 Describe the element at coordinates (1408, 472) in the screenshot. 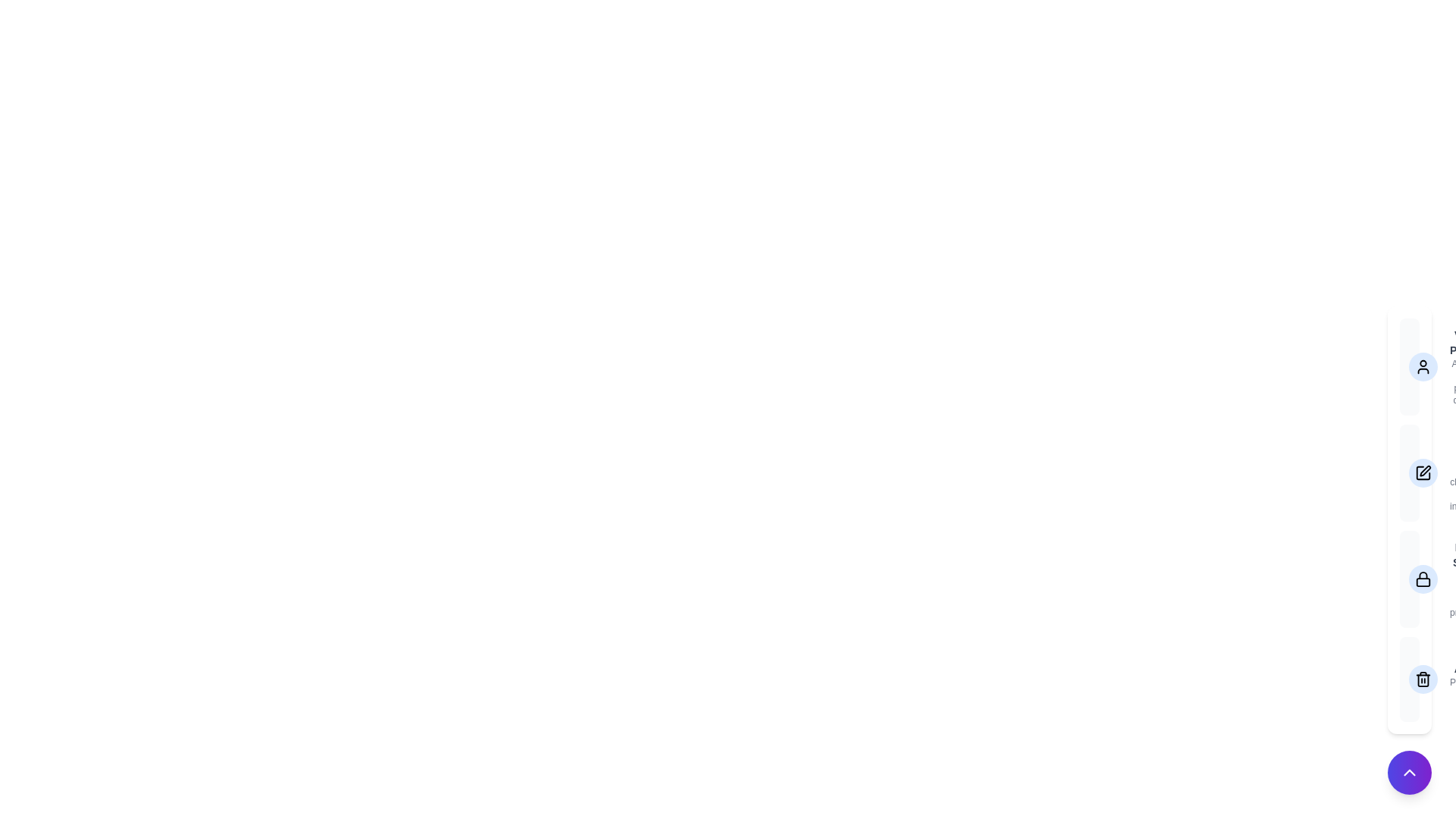

I see `the option Edit Profile to view its details` at that location.